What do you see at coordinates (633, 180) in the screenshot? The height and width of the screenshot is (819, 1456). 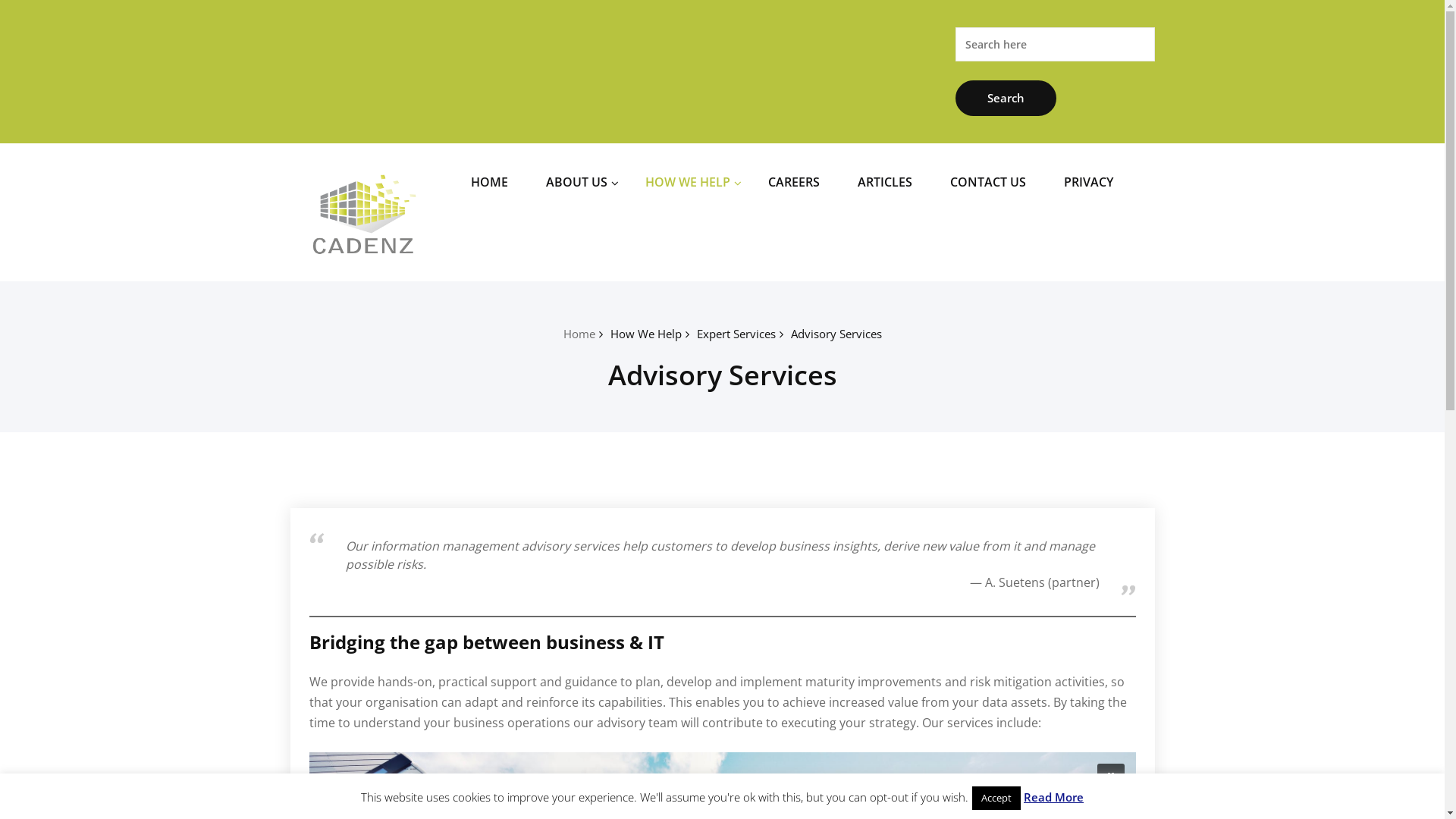 I see `'HOW WE HELP'` at bounding box center [633, 180].